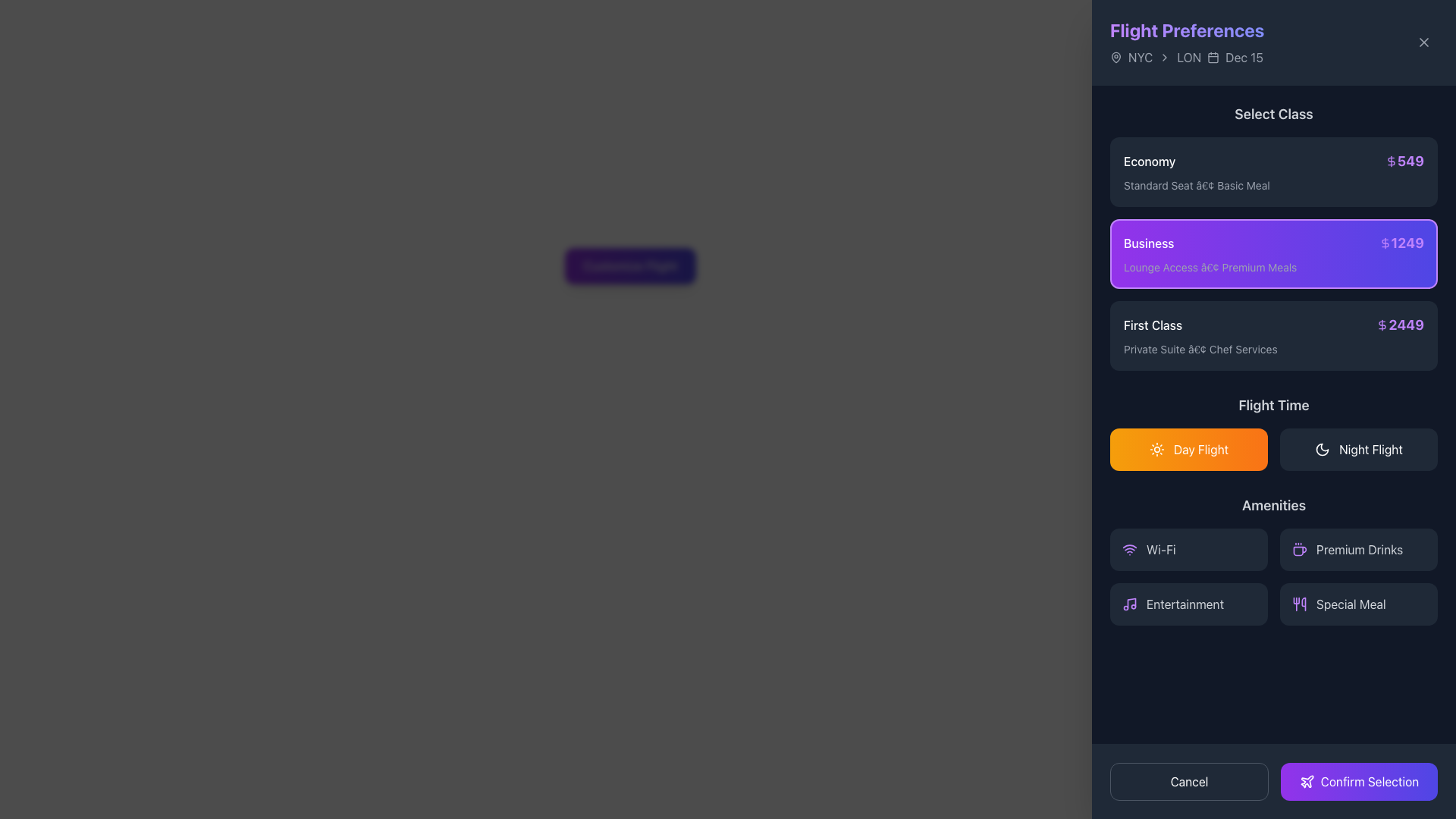 The image size is (1456, 819). What do you see at coordinates (1153, 324) in the screenshot?
I see `the 'First Class' label that displays text in a medium-weight font style, located in the top-left portion of the flight class options section with a dark background and white text` at bounding box center [1153, 324].